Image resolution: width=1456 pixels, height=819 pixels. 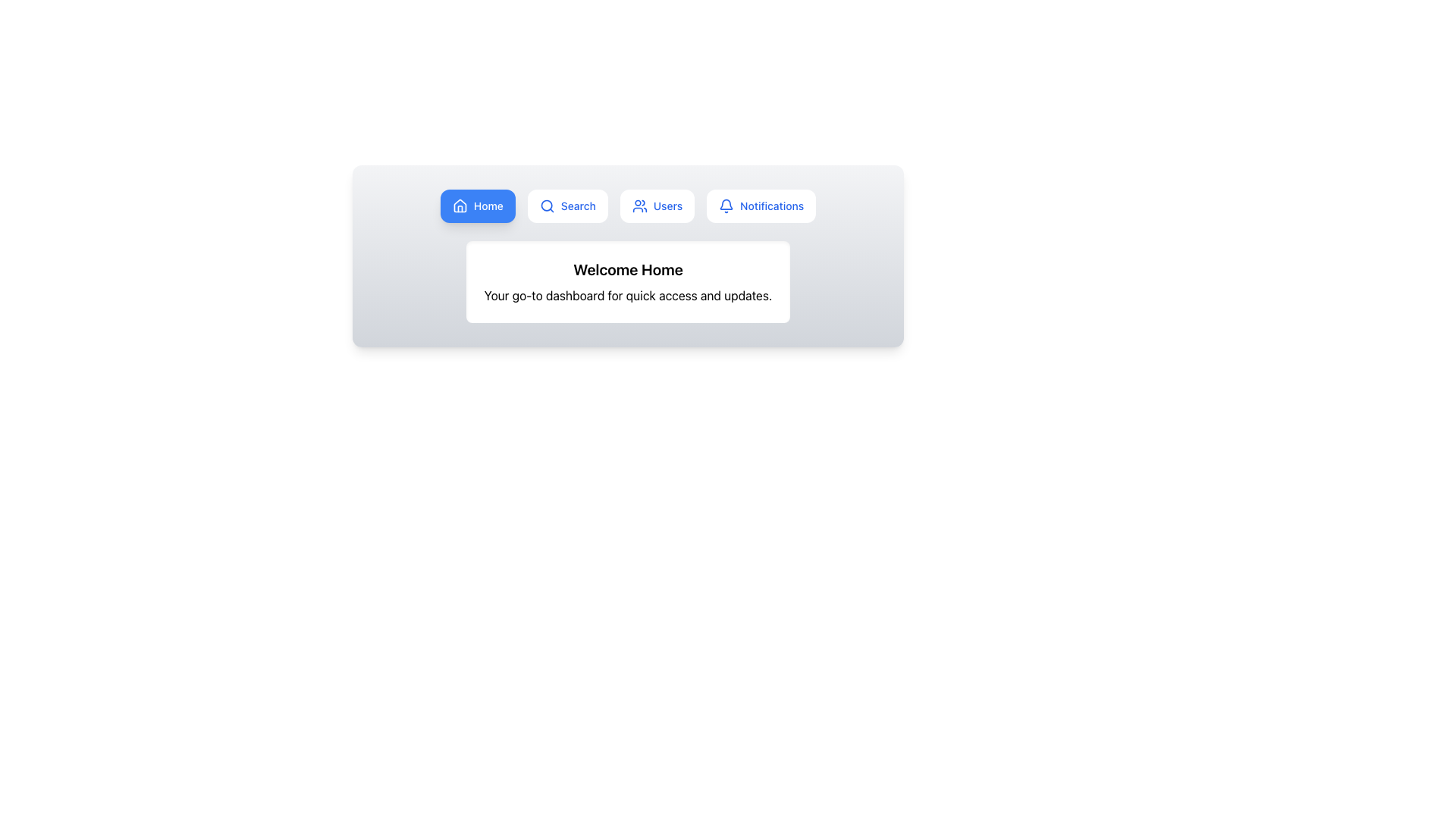 I want to click on the blue outlined icon representing individuals in the navigation menu, located to the left of the 'Users' text label, so click(x=639, y=206).